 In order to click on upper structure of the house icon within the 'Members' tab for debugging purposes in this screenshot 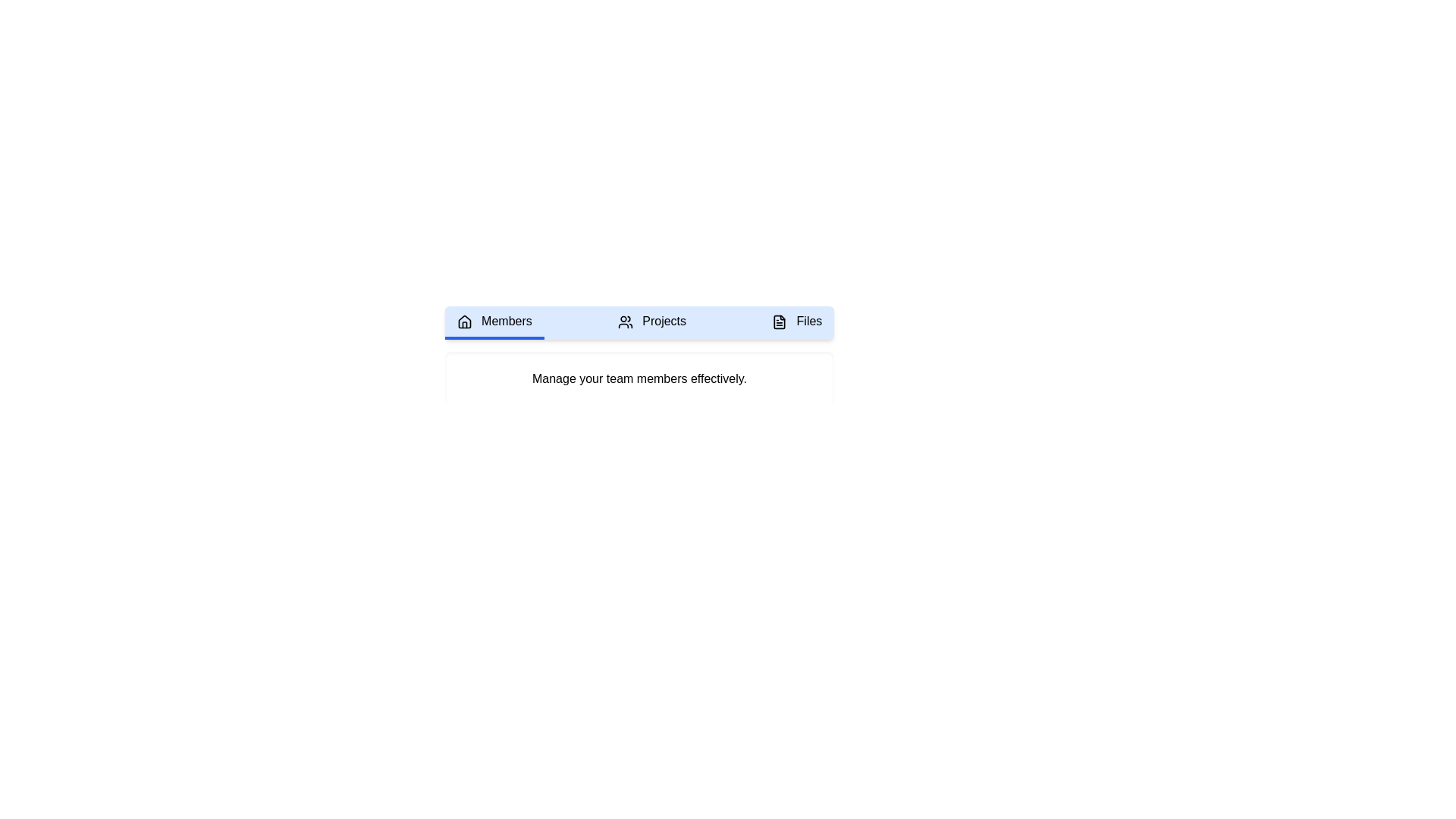, I will do `click(463, 321)`.